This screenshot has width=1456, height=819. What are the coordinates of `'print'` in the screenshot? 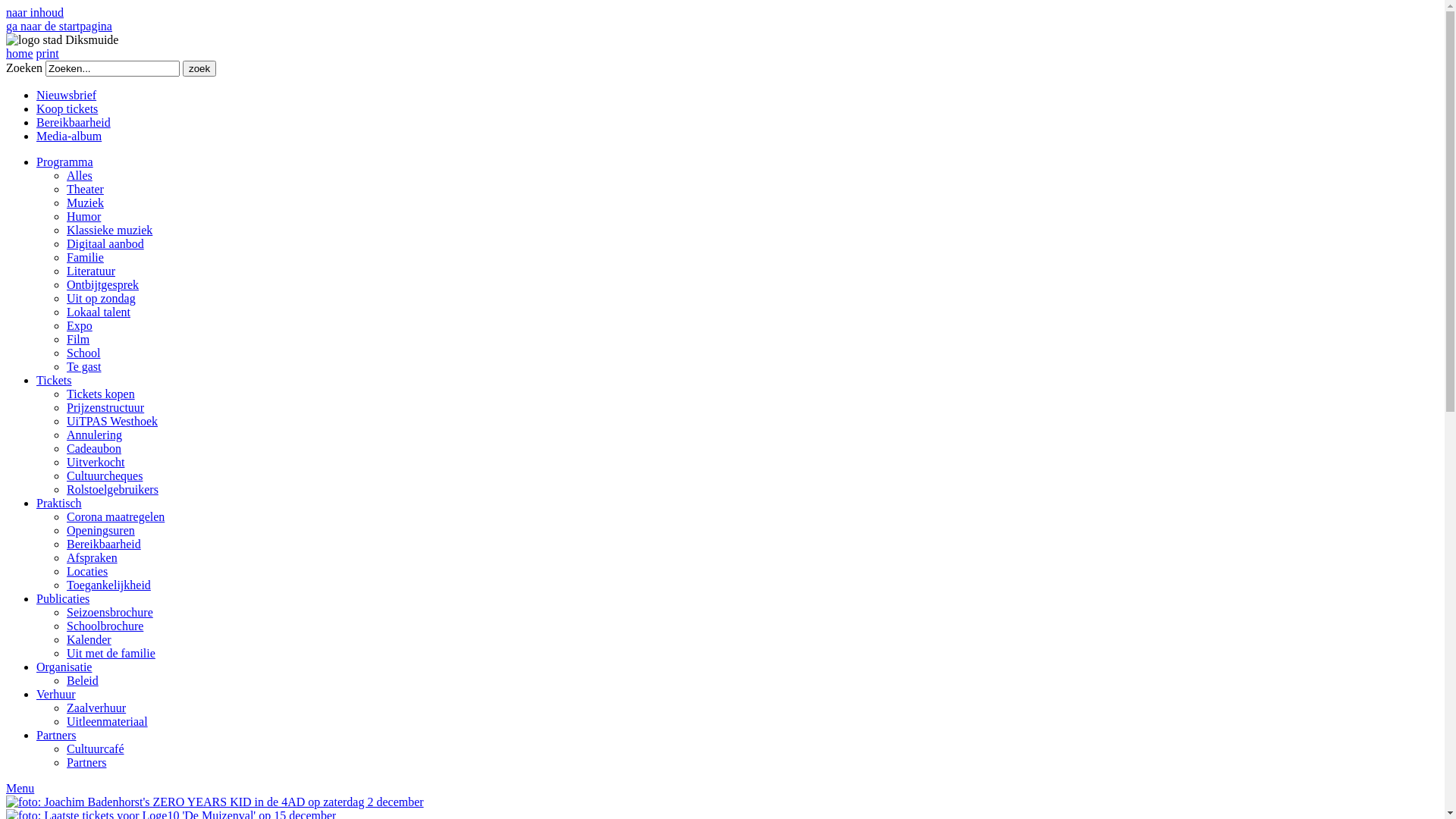 It's located at (47, 52).